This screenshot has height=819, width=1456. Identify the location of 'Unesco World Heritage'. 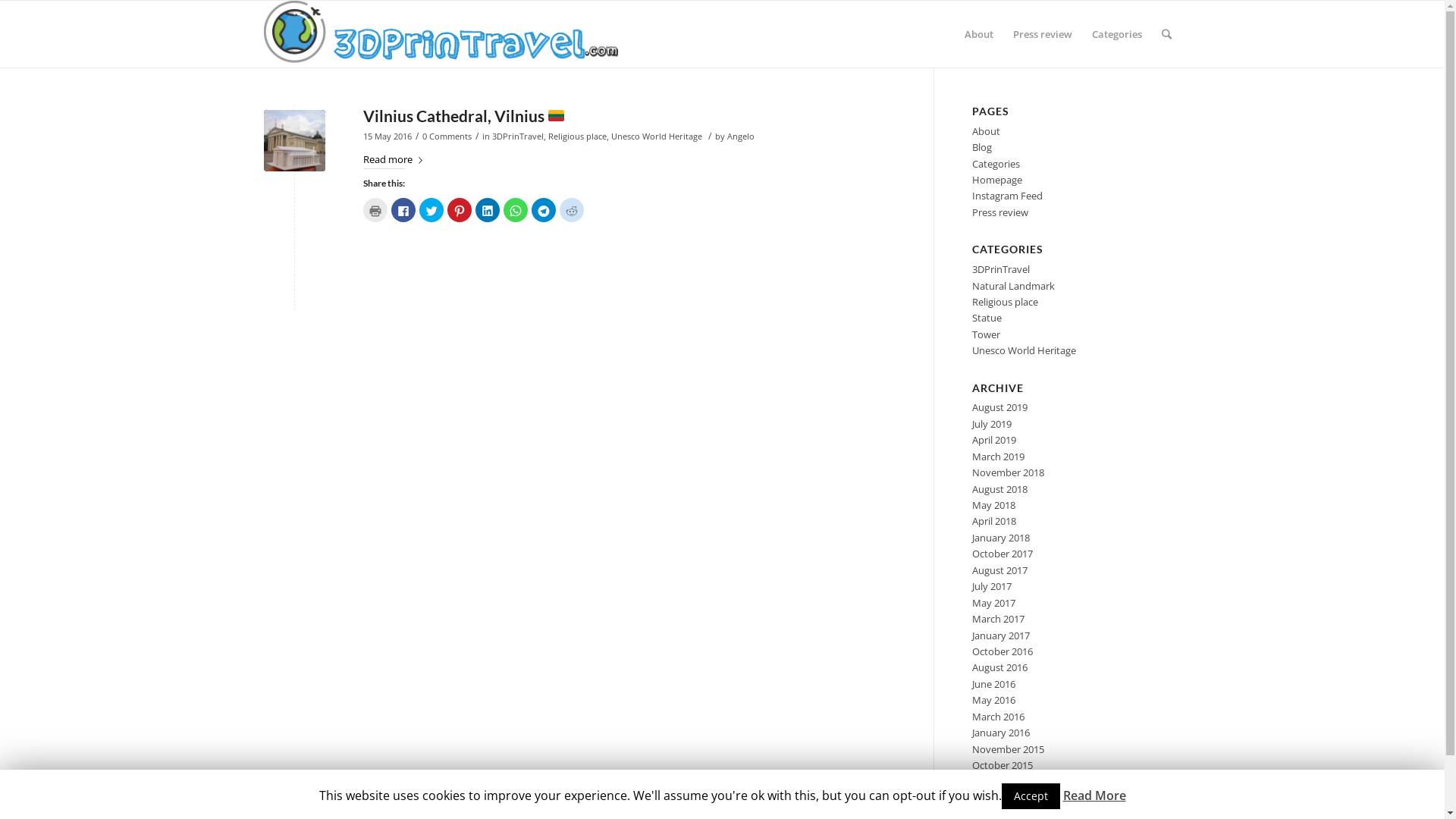
(656, 136).